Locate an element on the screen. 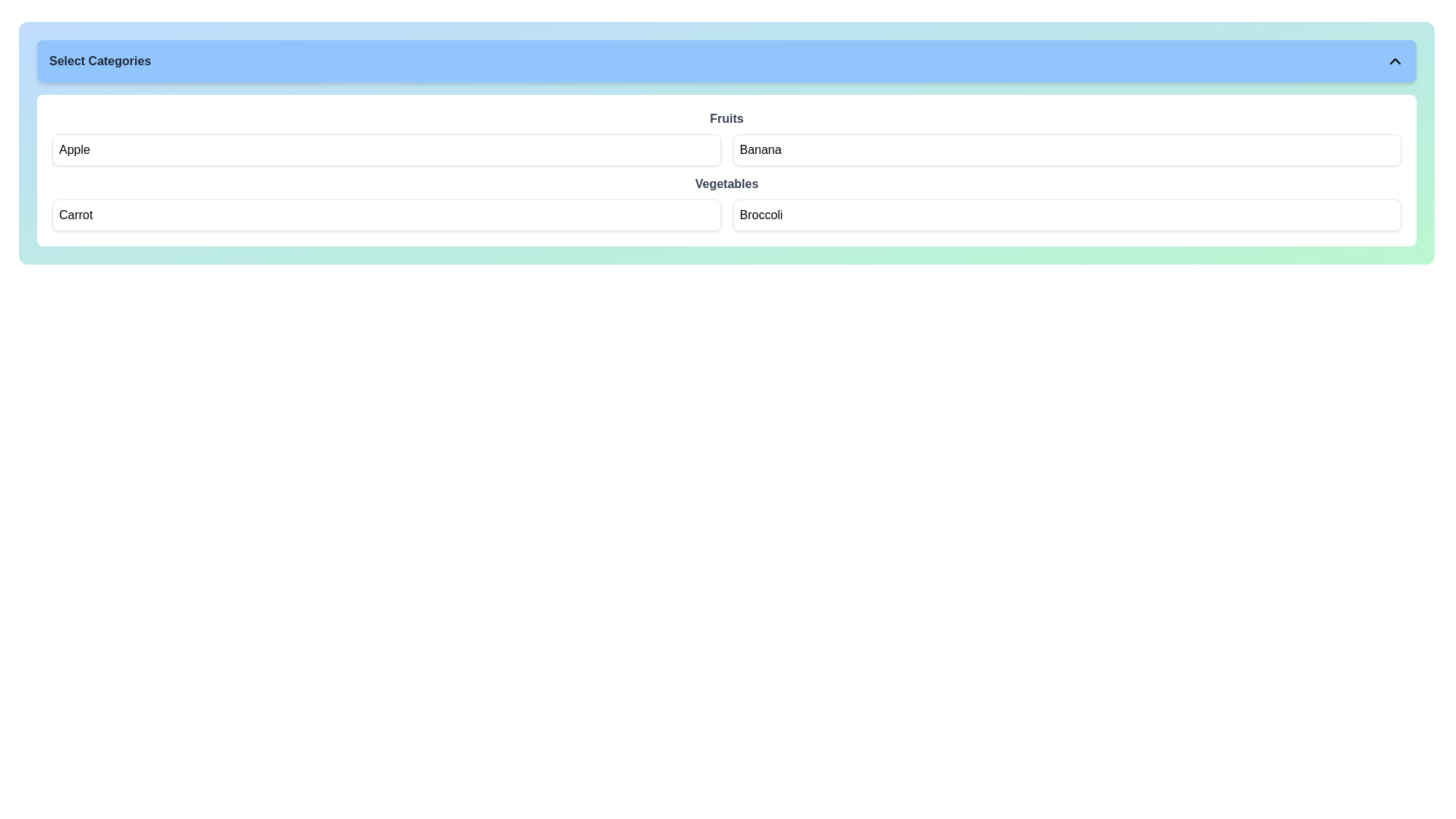 The width and height of the screenshot is (1456, 819). the text label displaying 'Carrot', which is part of the 'Vegetables' section and is located below 'Apple' is located at coordinates (75, 215).